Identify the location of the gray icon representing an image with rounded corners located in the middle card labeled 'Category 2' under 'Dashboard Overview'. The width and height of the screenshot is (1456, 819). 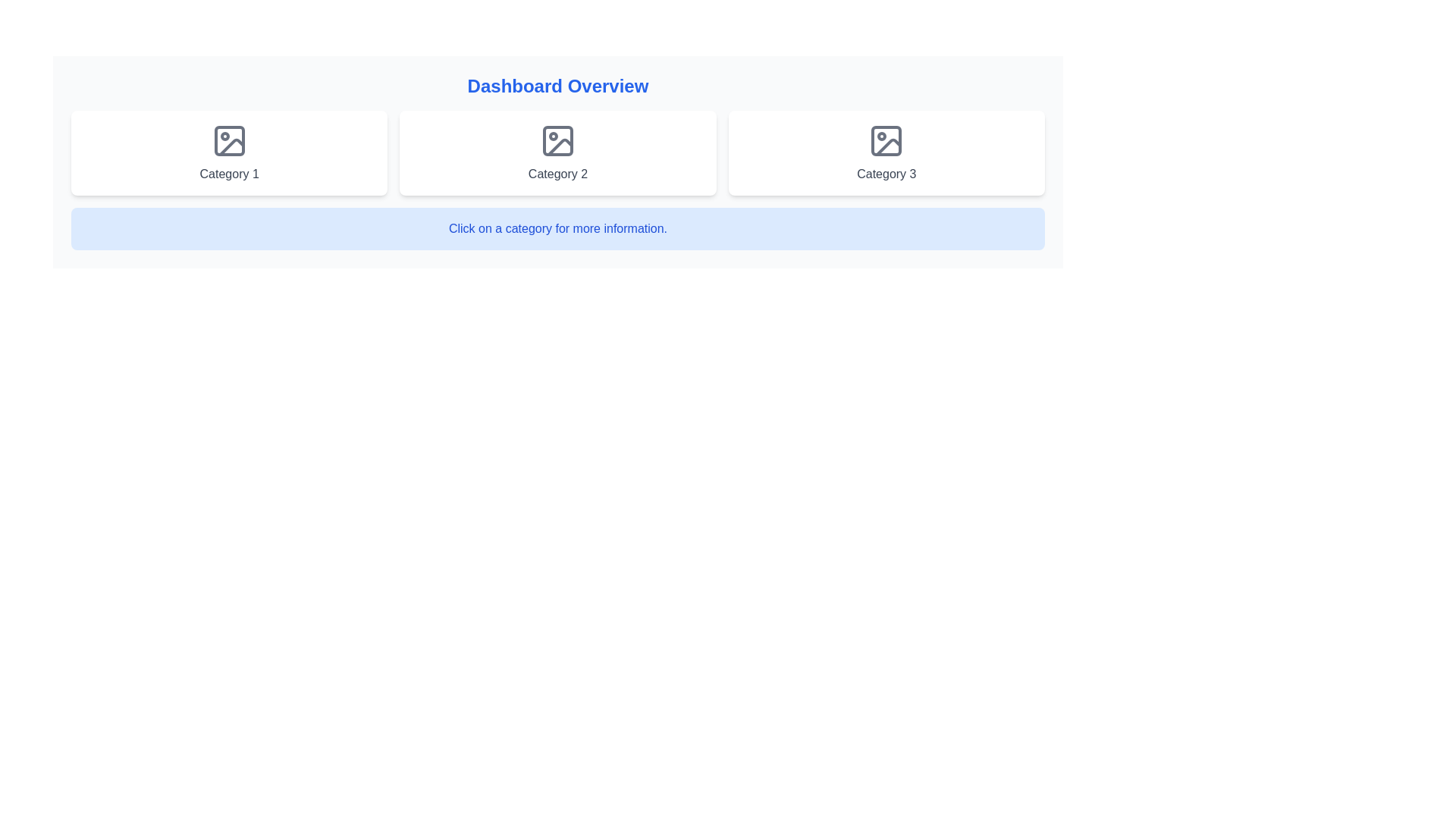
(557, 140).